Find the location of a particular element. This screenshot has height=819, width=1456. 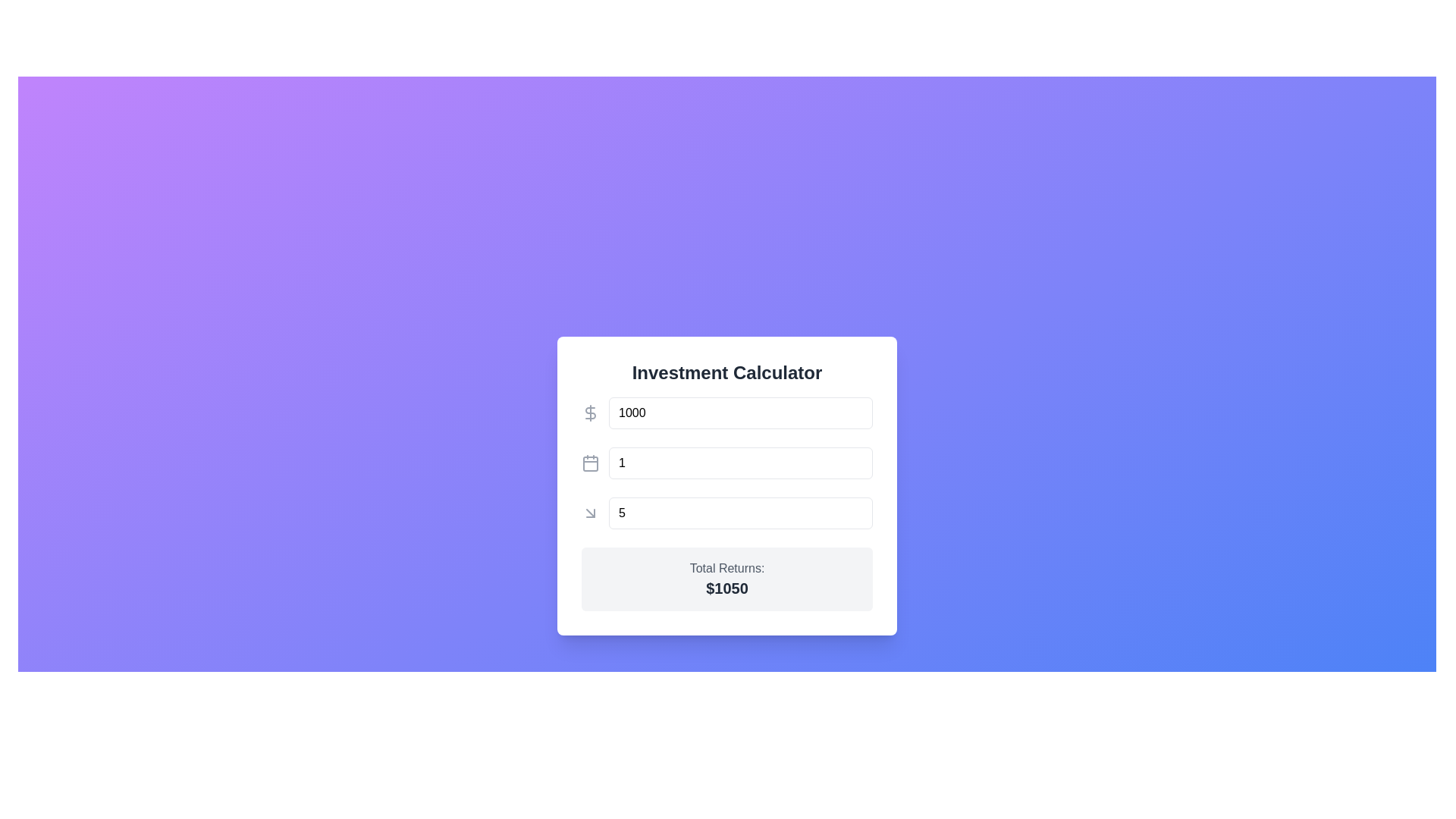

the calendar icon graphical element which indicates date selection functionality, located to the left of the input field in the second row of the form layout is located at coordinates (589, 463).